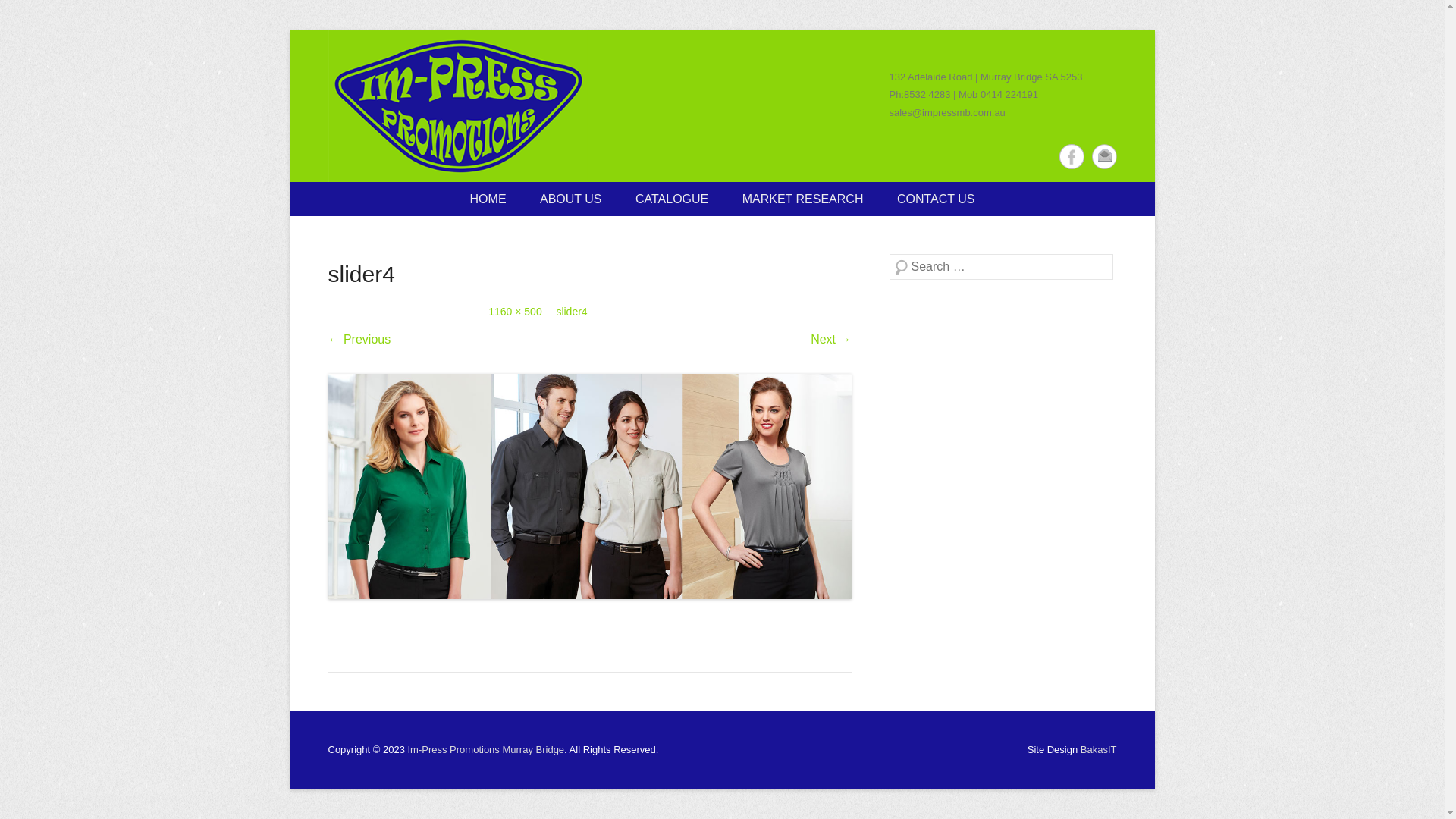  What do you see at coordinates (488, 198) in the screenshot?
I see `'HOME'` at bounding box center [488, 198].